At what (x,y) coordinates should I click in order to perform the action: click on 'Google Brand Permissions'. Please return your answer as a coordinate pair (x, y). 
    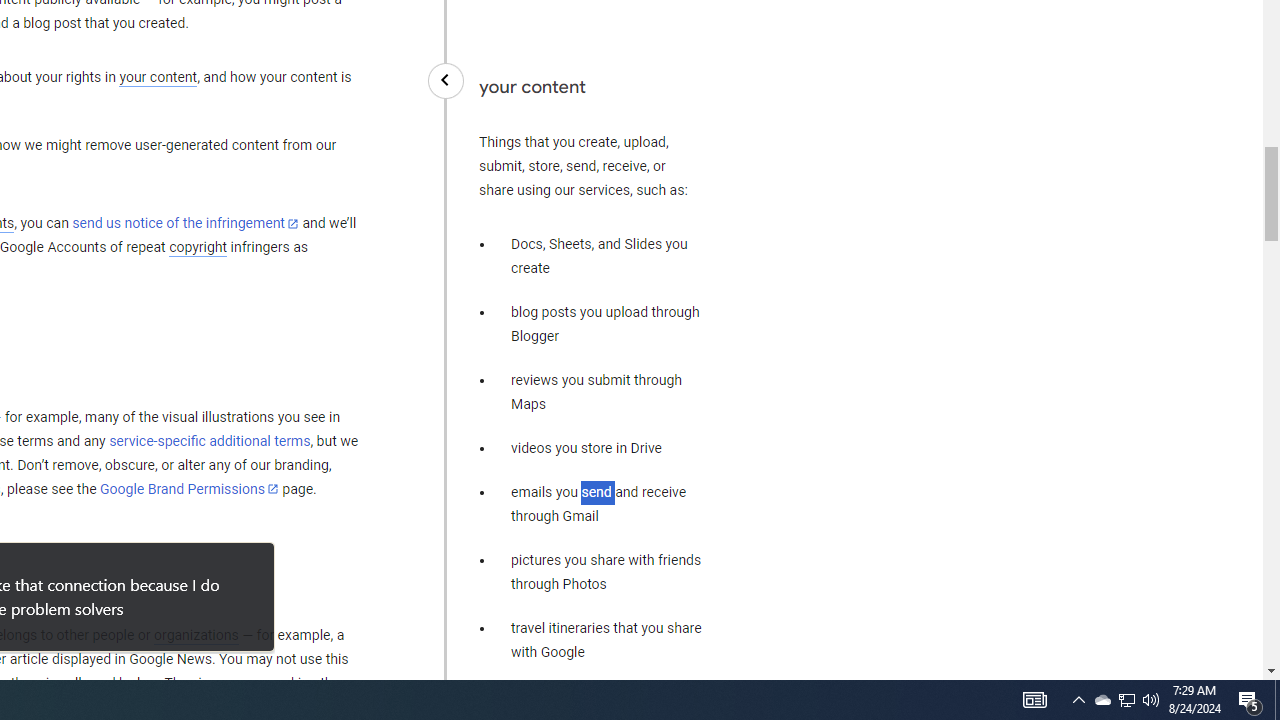
    Looking at the image, I should click on (189, 489).